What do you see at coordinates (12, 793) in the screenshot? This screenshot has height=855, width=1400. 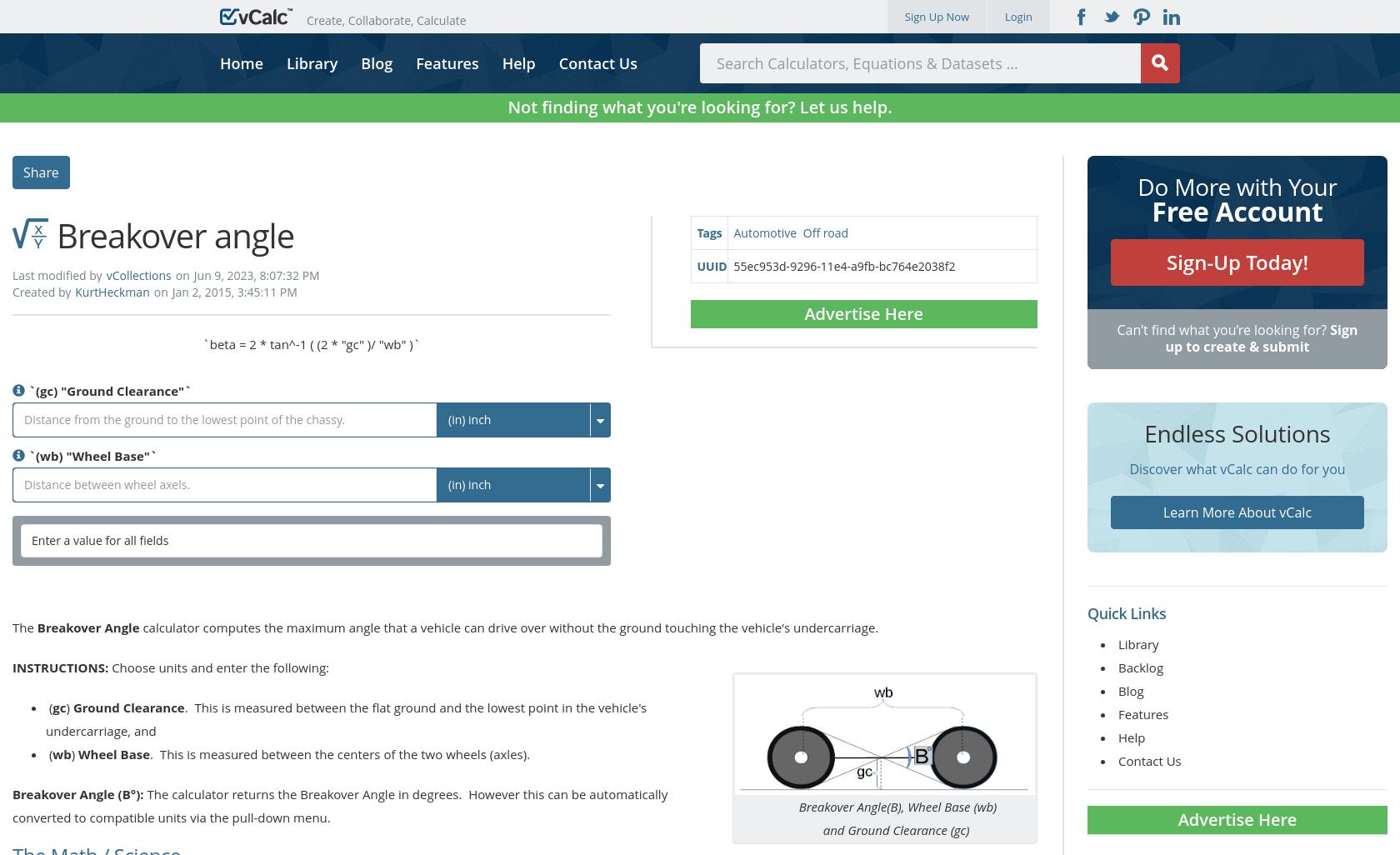 I see `'Breakover Angle (B°):'` at bounding box center [12, 793].